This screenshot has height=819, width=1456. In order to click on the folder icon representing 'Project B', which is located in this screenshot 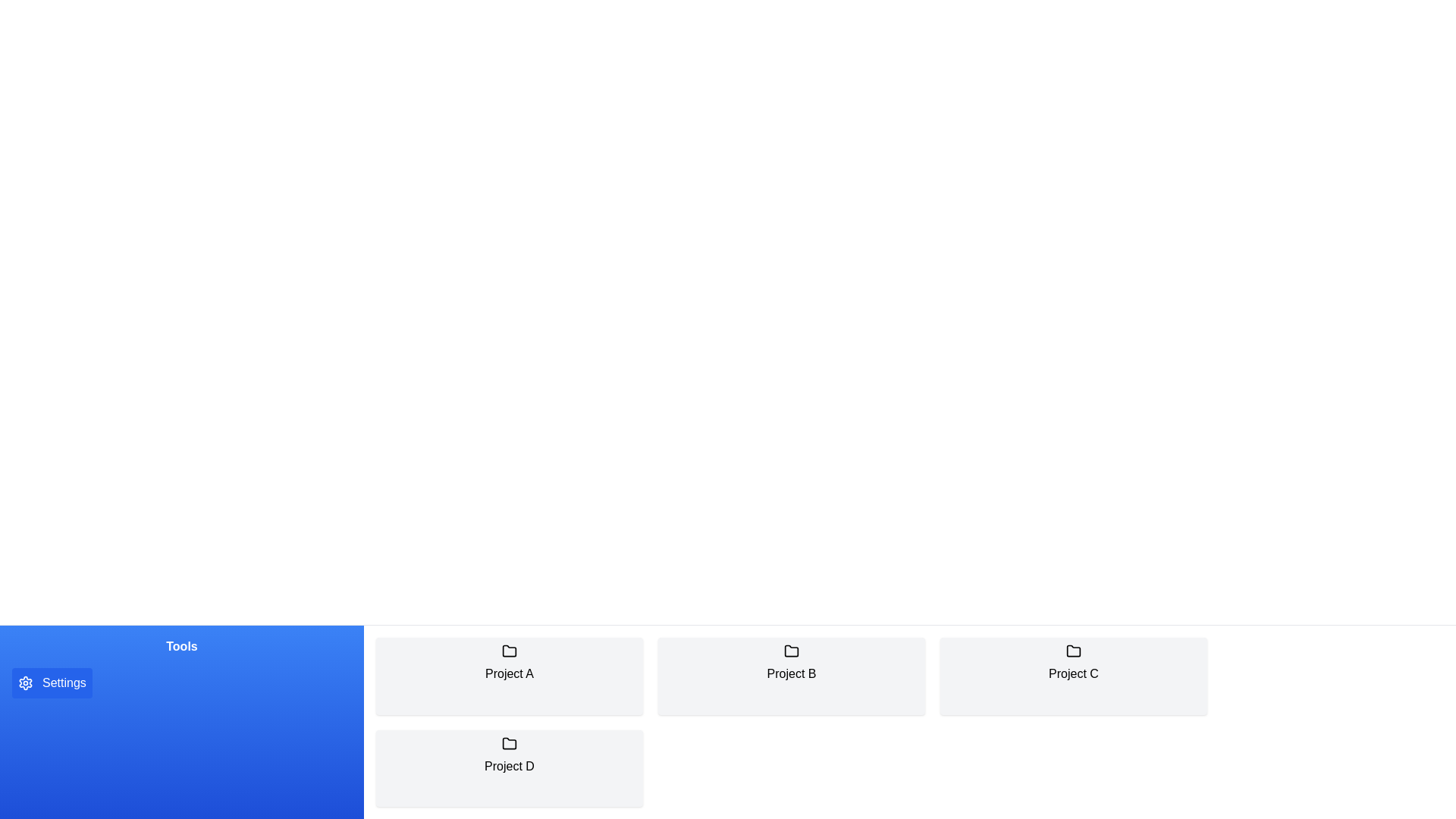, I will do `click(790, 649)`.